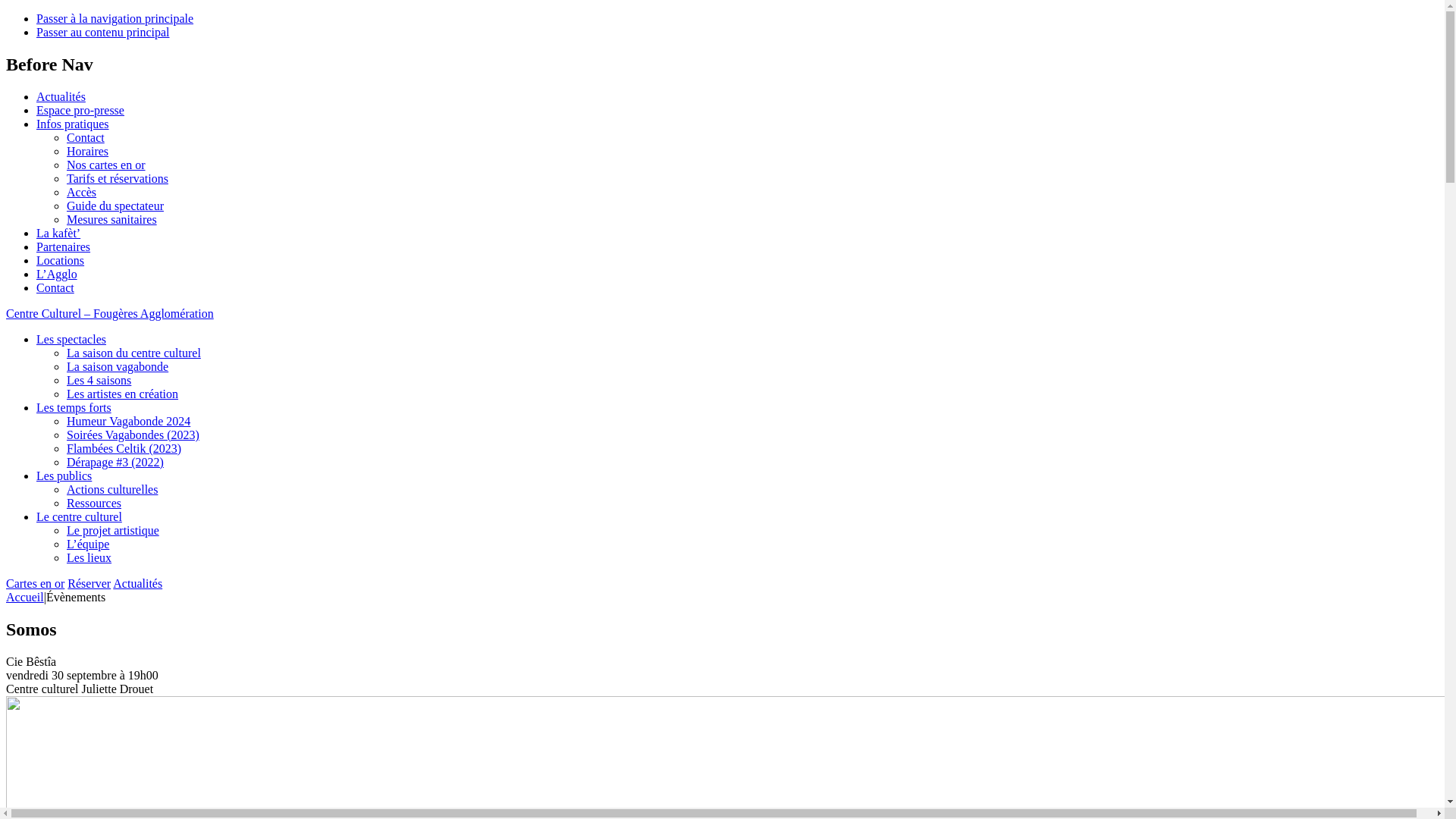  What do you see at coordinates (63, 475) in the screenshot?
I see `'Les publics'` at bounding box center [63, 475].